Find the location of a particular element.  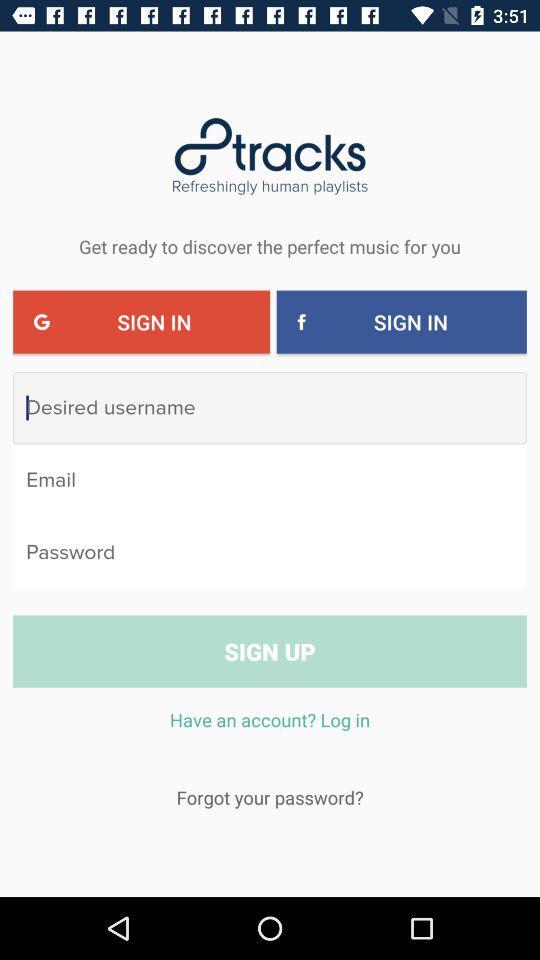

autoplay option is located at coordinates (270, 552).